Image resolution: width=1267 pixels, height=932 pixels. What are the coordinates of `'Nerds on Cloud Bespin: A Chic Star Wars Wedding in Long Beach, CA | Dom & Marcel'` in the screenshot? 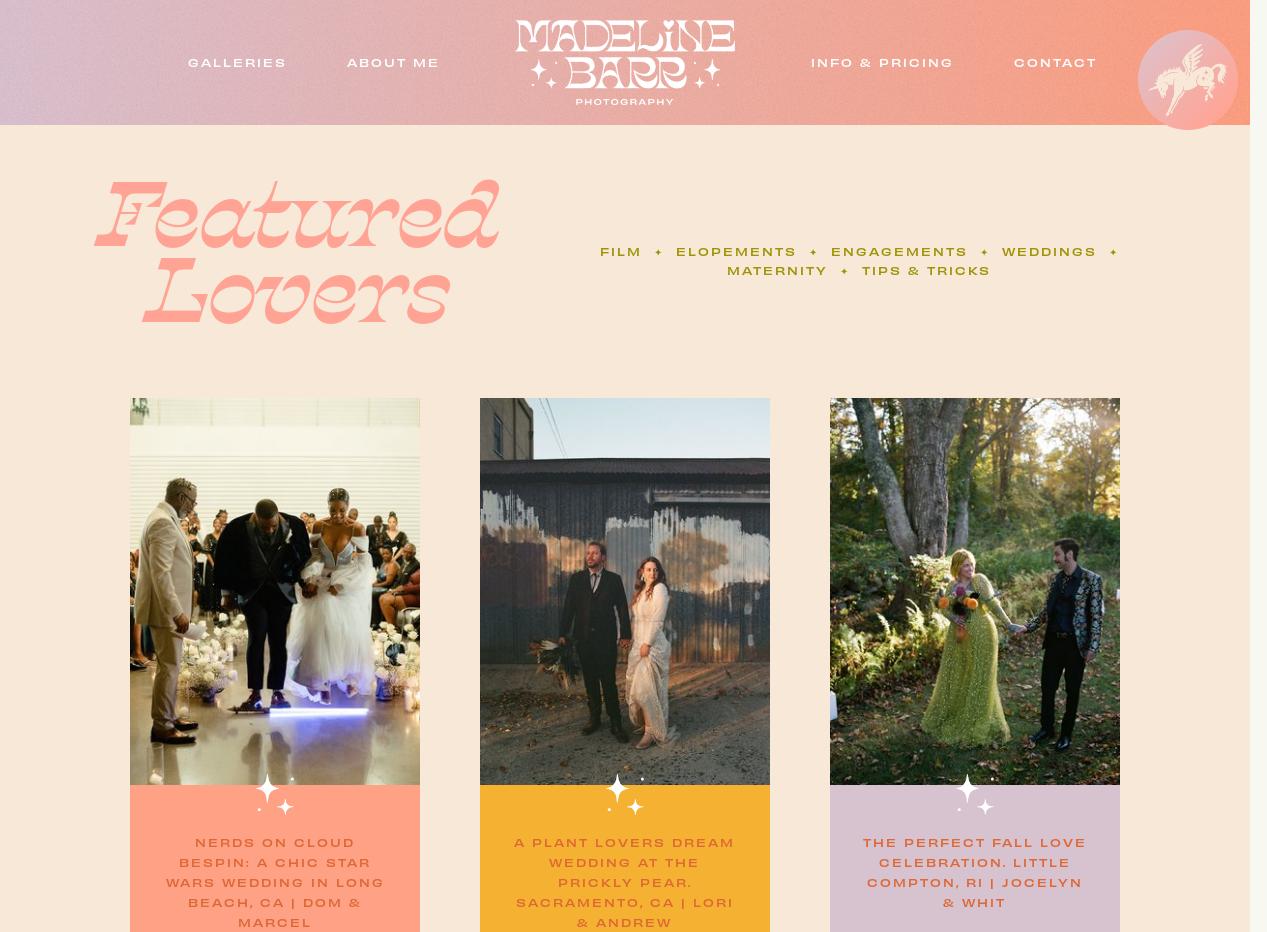 It's located at (274, 882).